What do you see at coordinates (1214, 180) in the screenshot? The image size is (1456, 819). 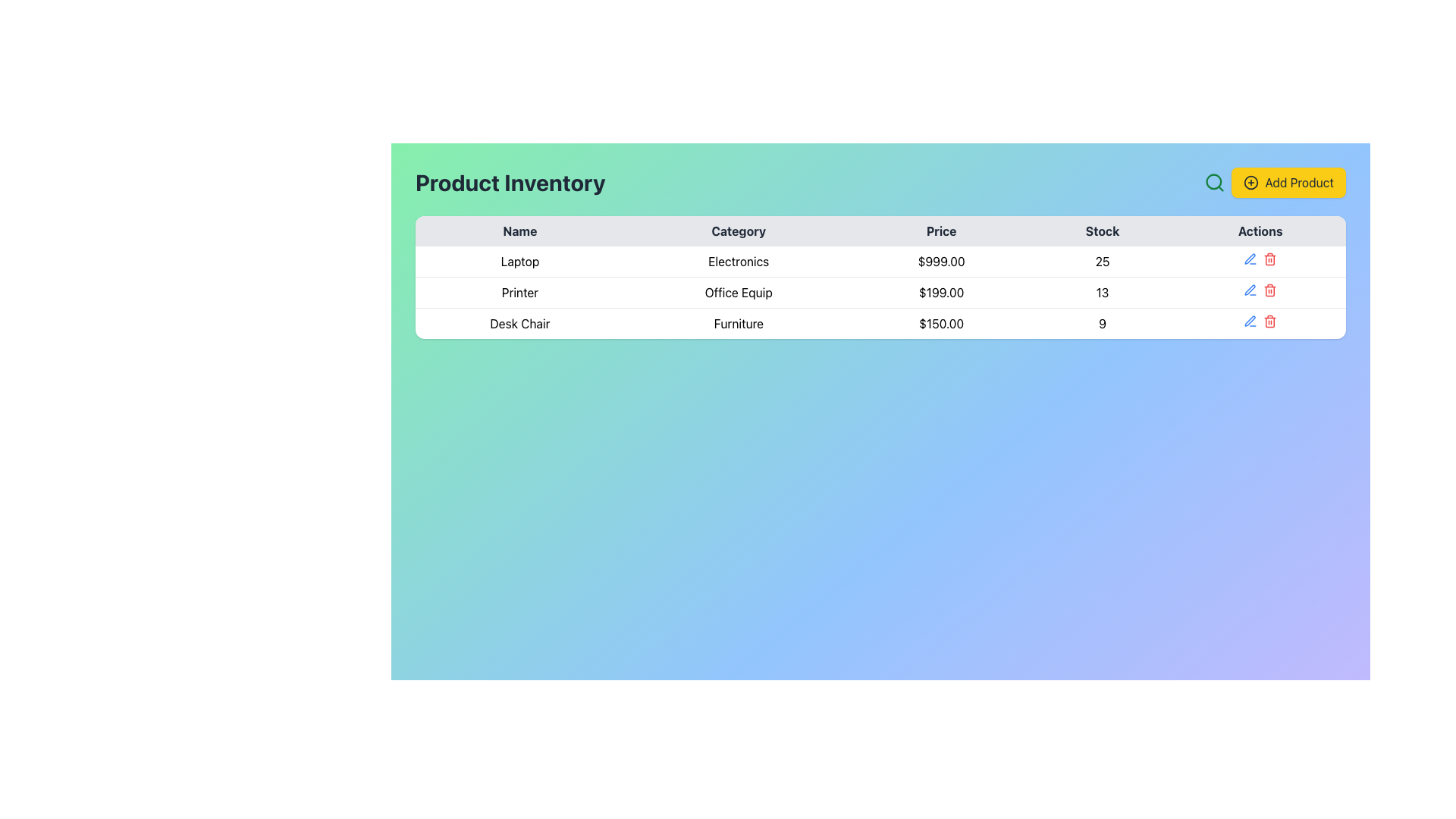 I see `the magnifying glass icon located to the left of the yellow 'Add Product' button in the header section of the interface` at bounding box center [1214, 180].